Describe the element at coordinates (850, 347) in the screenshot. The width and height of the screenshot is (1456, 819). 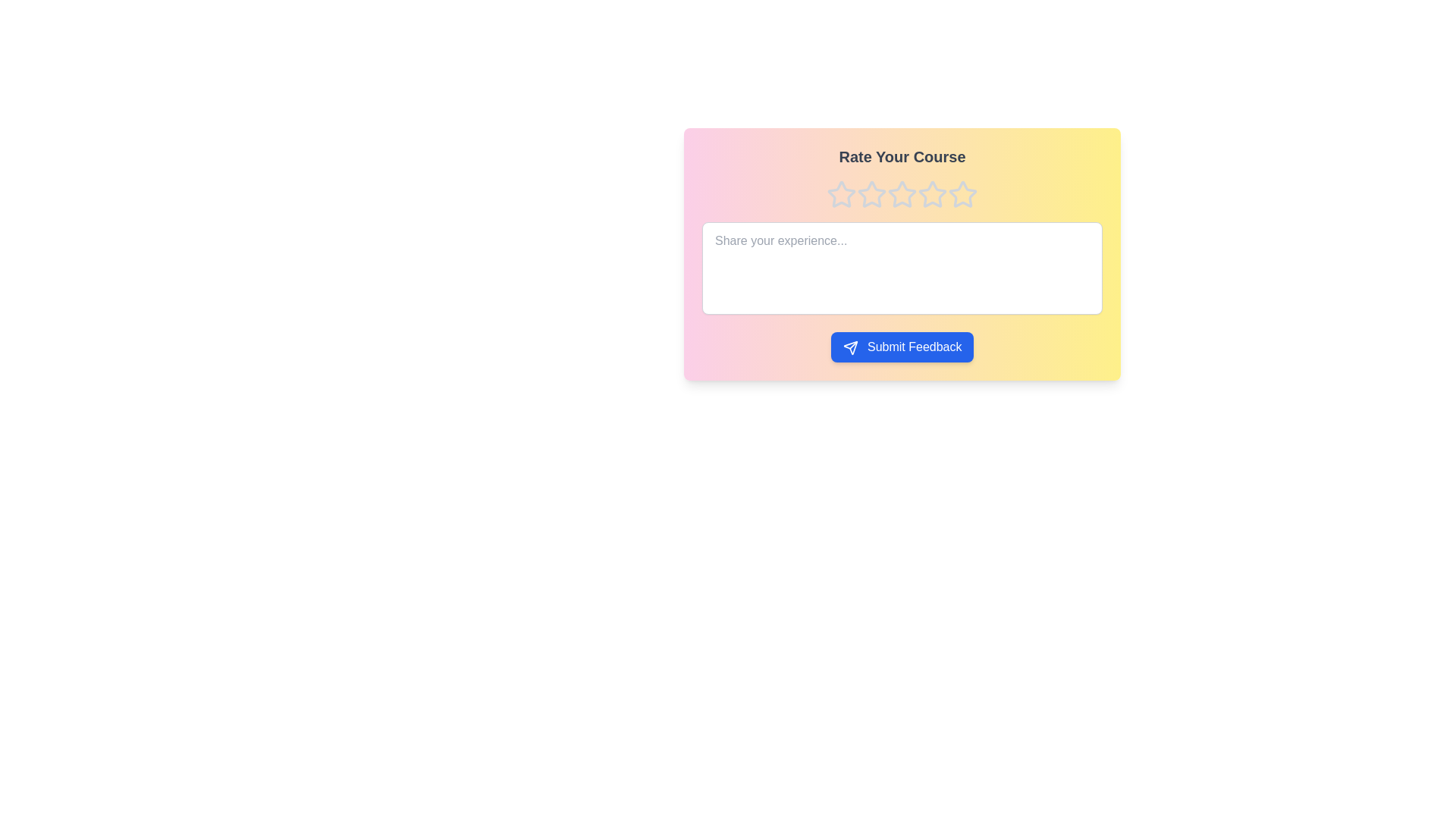
I see `the 'Submit Feedback' button that contains the decorative SVG 'send' icon representing the action of submitting feedback` at that location.